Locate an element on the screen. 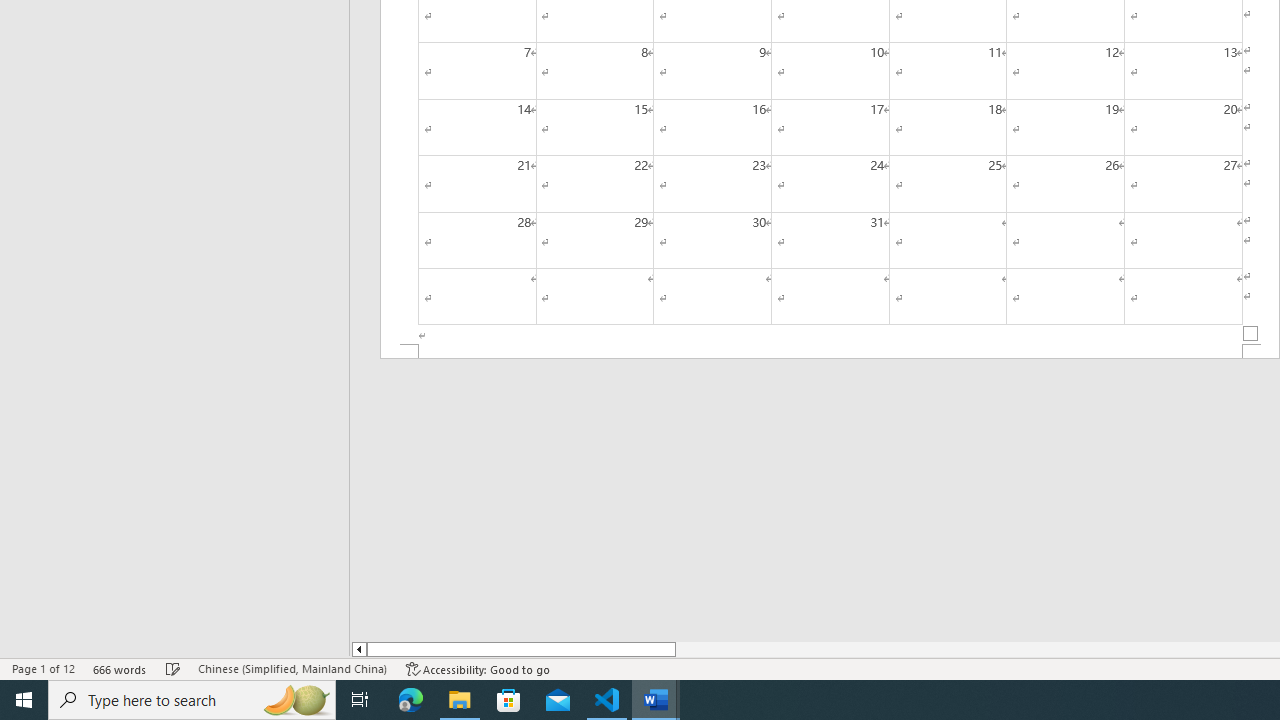 The image size is (1280, 720). 'Accessibility Checker Accessibility: Good to go' is located at coordinates (477, 669).